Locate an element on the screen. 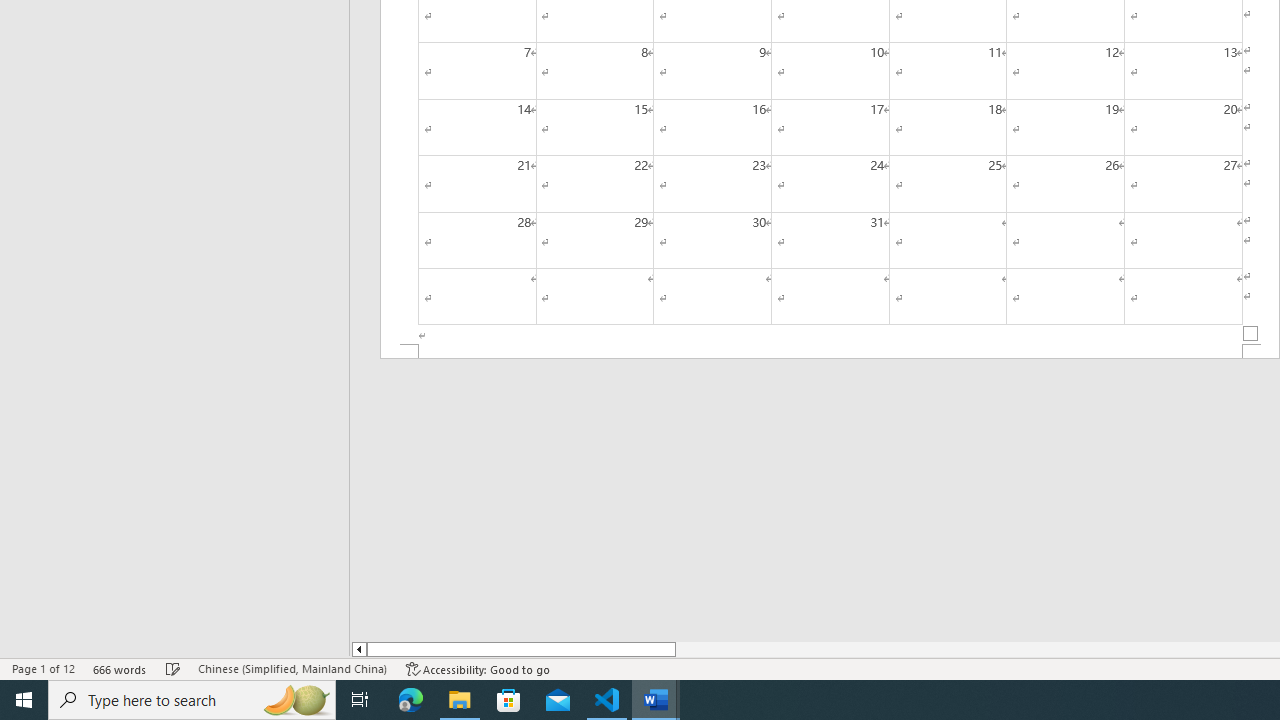 The image size is (1280, 720). 'Accessibility Checker Accessibility: Good to go' is located at coordinates (477, 669).